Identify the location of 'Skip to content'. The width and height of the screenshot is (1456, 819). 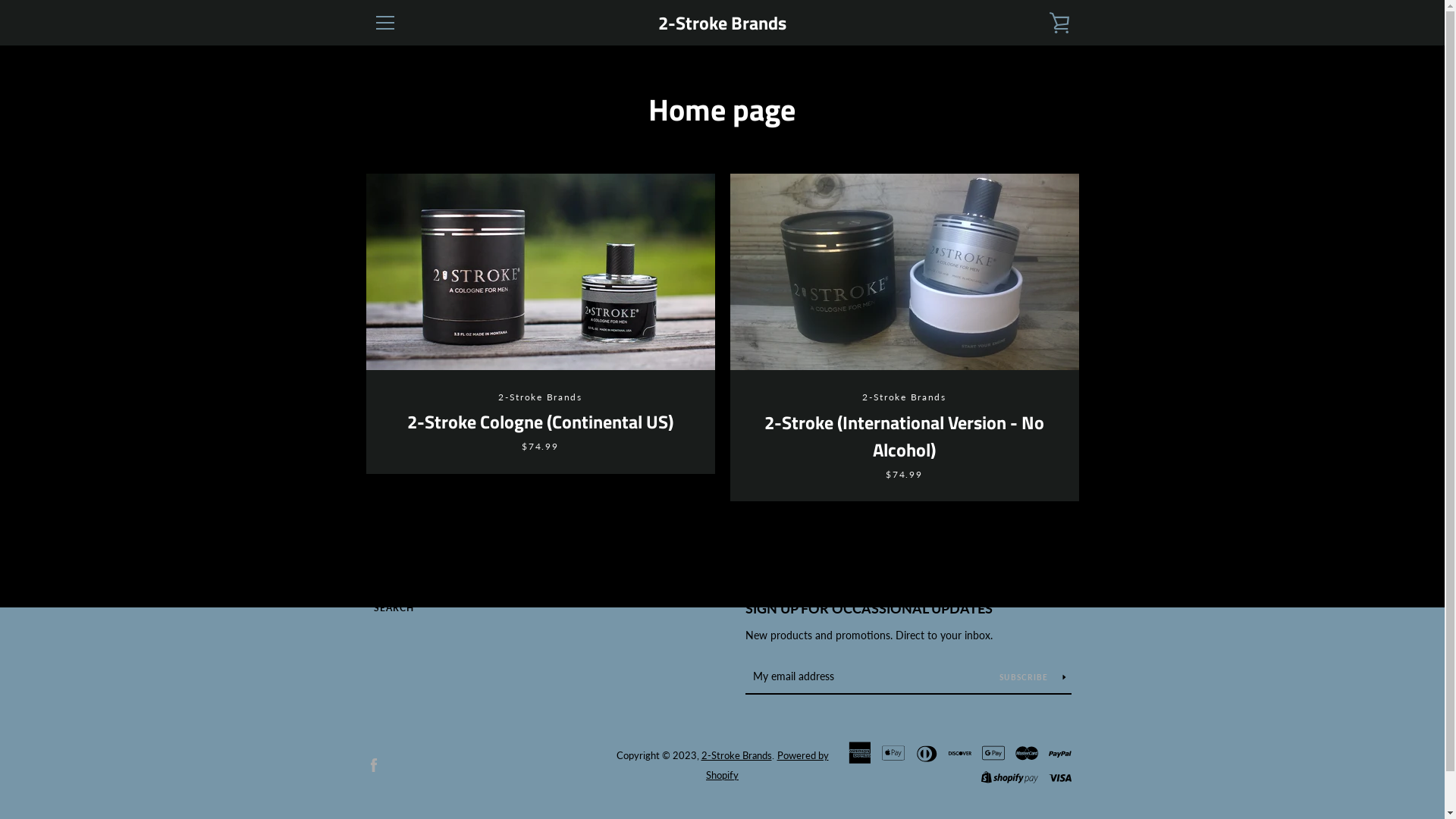
(0, 0).